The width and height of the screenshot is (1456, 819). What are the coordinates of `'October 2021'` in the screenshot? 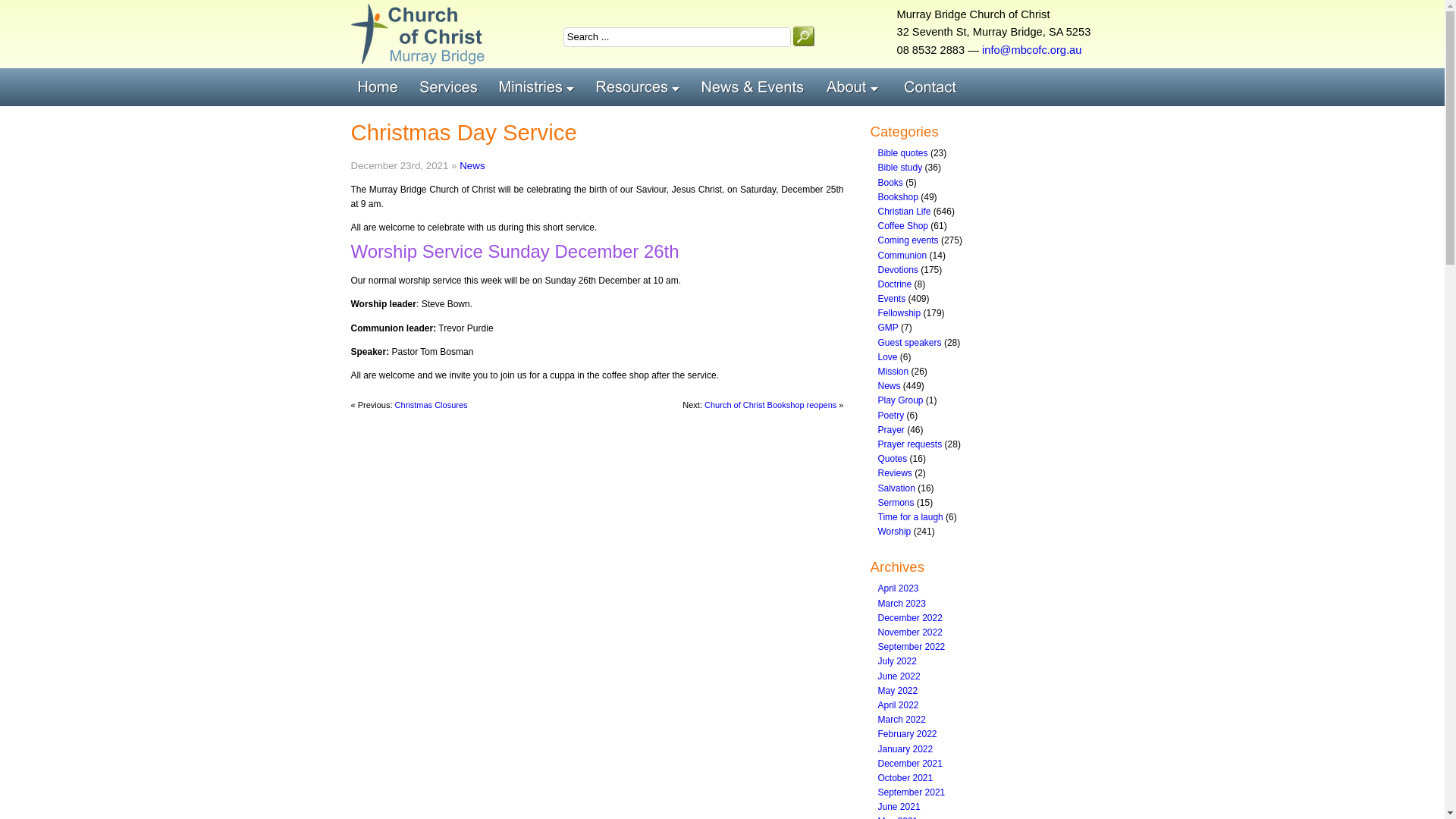 It's located at (905, 778).